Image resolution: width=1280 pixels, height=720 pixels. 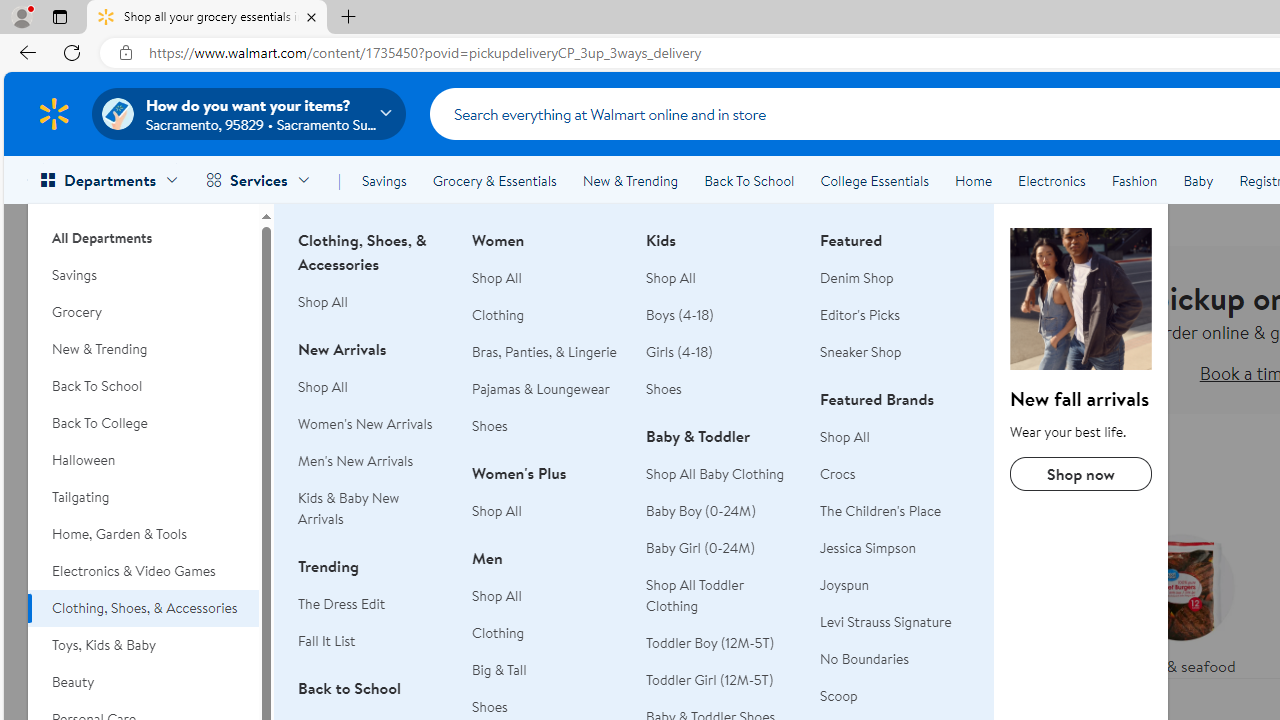 I want to click on 'Home, Garden & Tools', so click(x=142, y=533).